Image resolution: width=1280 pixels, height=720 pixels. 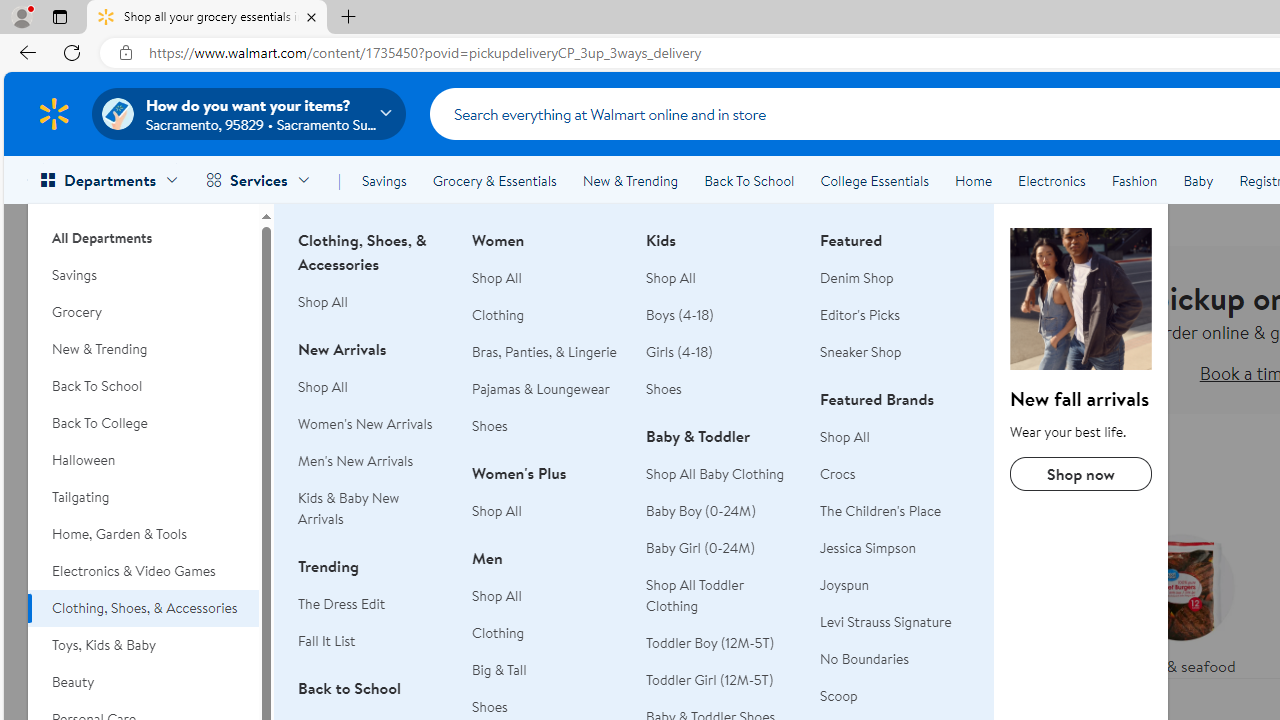 I want to click on 'Home, Garden & Tools', so click(x=142, y=533).